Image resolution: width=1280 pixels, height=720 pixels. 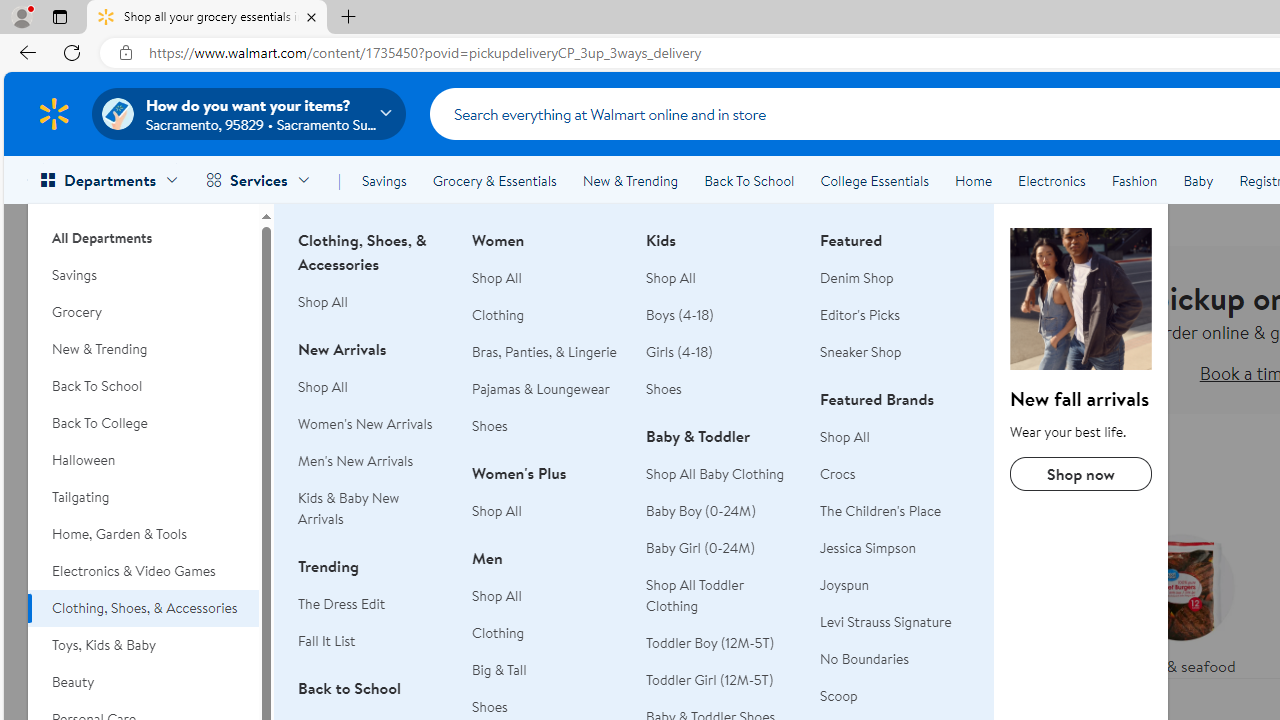 I want to click on 'Home, Garden & Tools', so click(x=142, y=533).